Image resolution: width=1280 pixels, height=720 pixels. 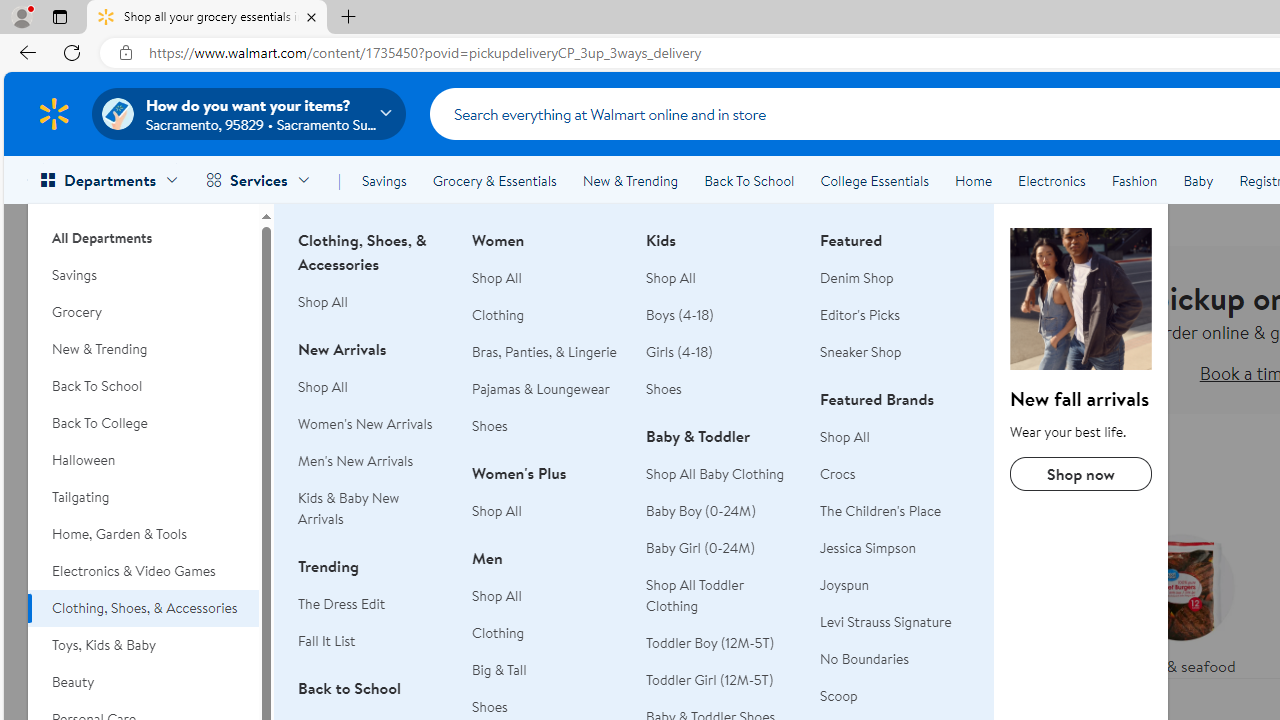 I want to click on 'Home, Garden & Tools', so click(x=142, y=533).